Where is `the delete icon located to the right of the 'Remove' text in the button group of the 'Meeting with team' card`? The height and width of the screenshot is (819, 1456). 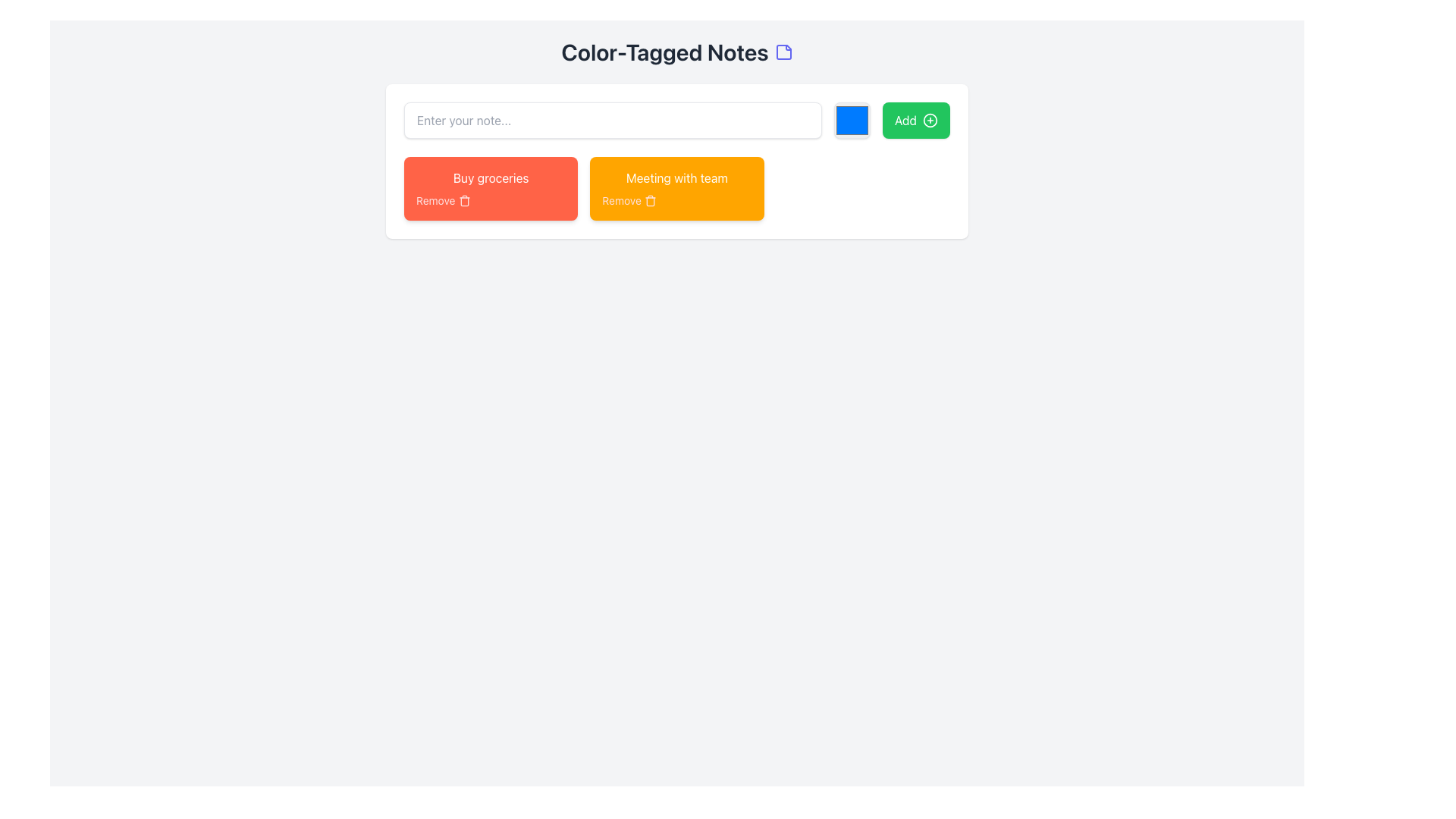
the delete icon located to the right of the 'Remove' text in the button group of the 'Meeting with team' card is located at coordinates (650, 200).